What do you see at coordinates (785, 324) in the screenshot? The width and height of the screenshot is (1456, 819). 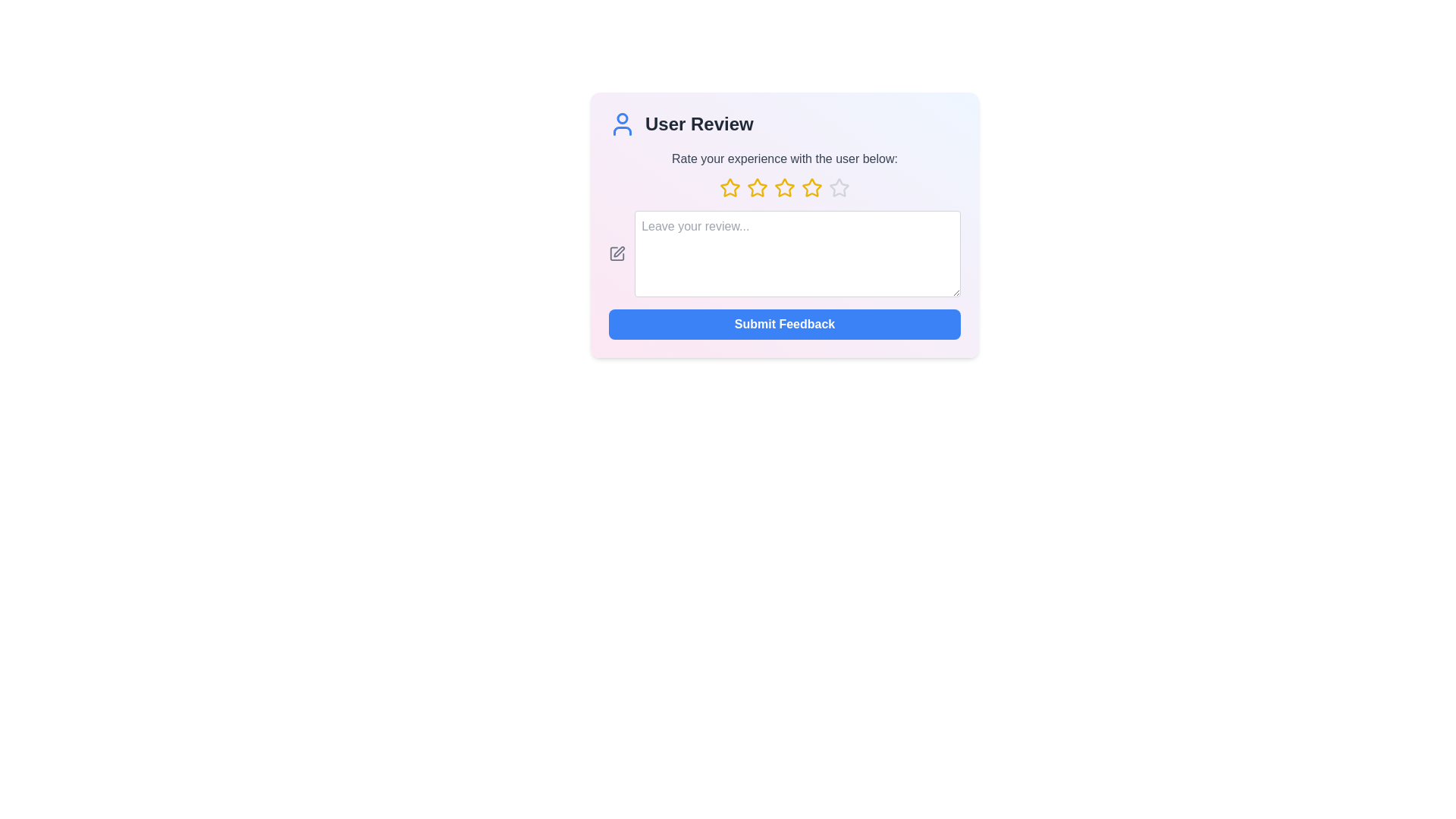 I see `'Submit Feedback' button to submit the review` at bounding box center [785, 324].